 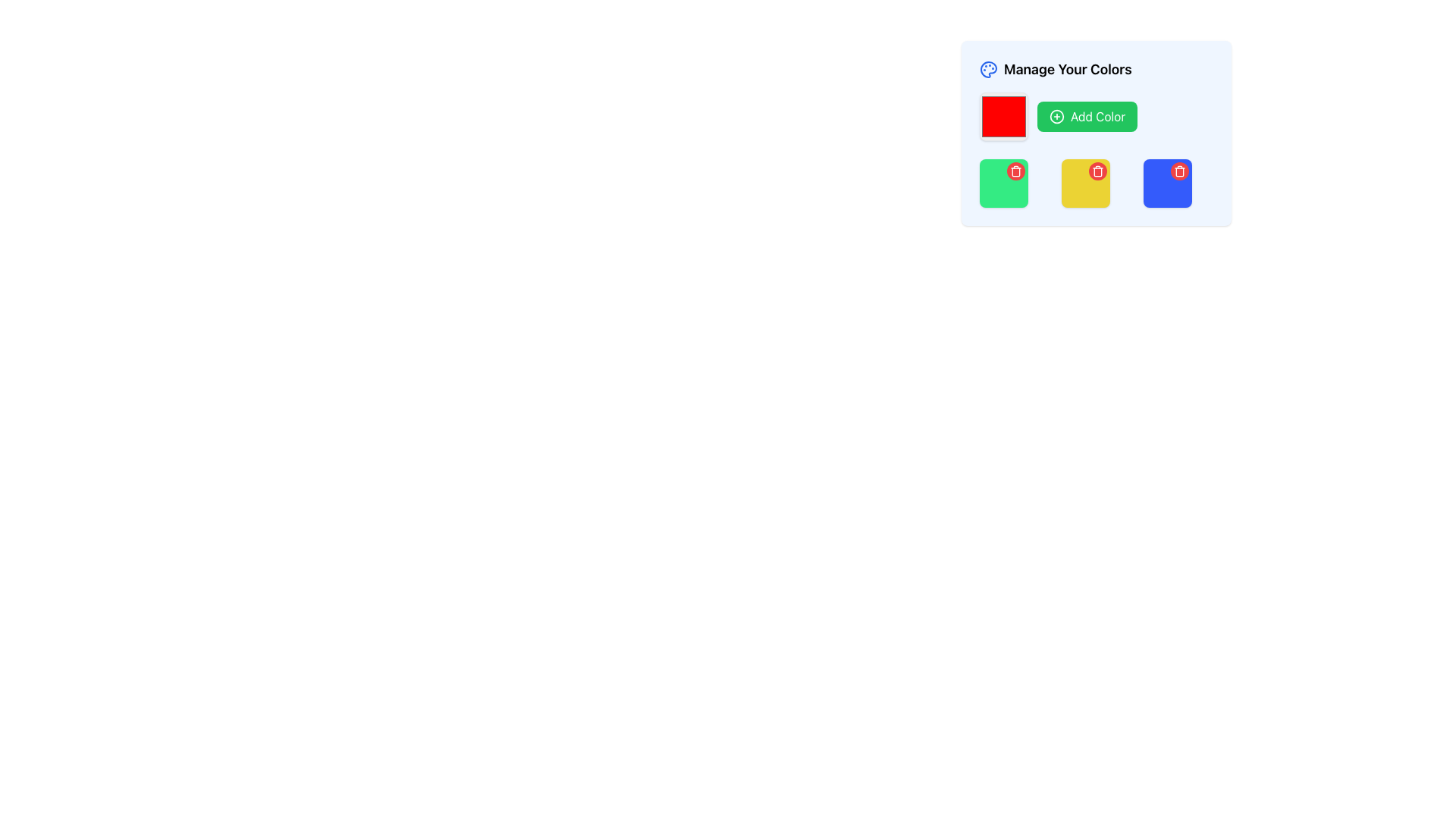 I want to click on the color management icon located to the left of the text 'Manage Your Colors' in the top-left area of the interface, so click(x=989, y=70).